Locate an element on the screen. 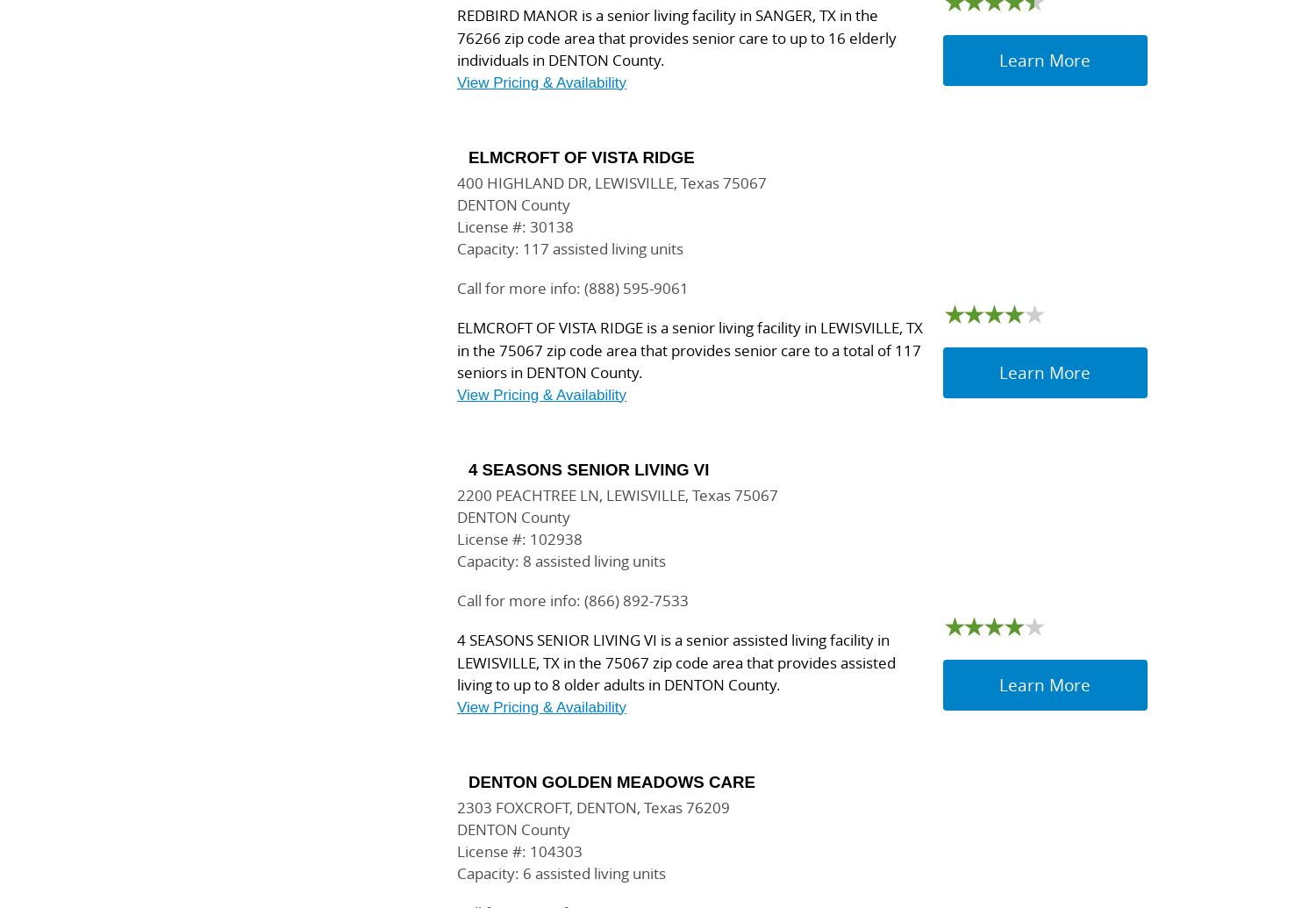 The image size is (1316, 908). 'License #: 102938' is located at coordinates (519, 538).